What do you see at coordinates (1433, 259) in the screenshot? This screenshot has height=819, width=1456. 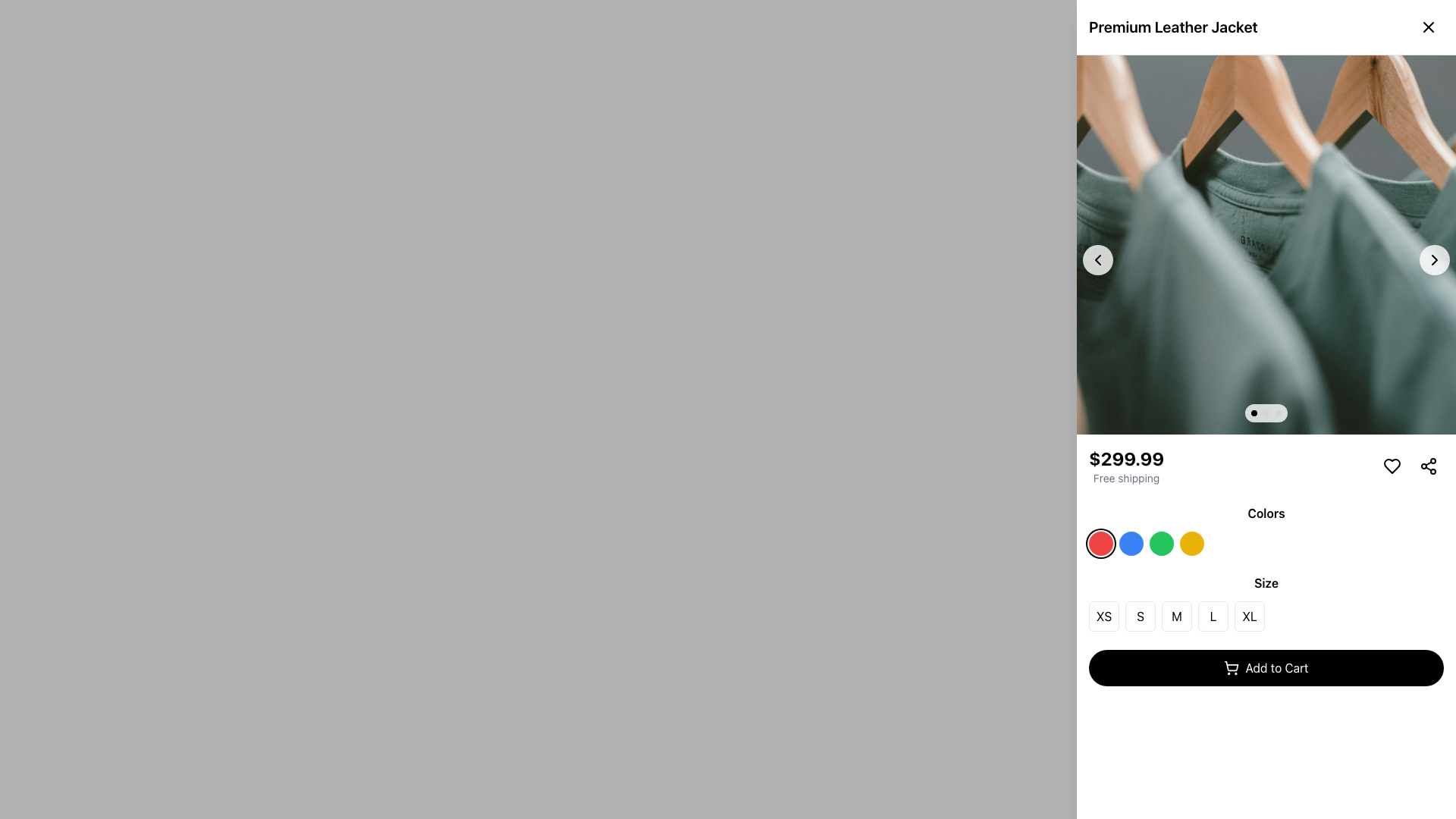 I see `the 'Next' IconButton located at the top-right region of the image` at bounding box center [1433, 259].